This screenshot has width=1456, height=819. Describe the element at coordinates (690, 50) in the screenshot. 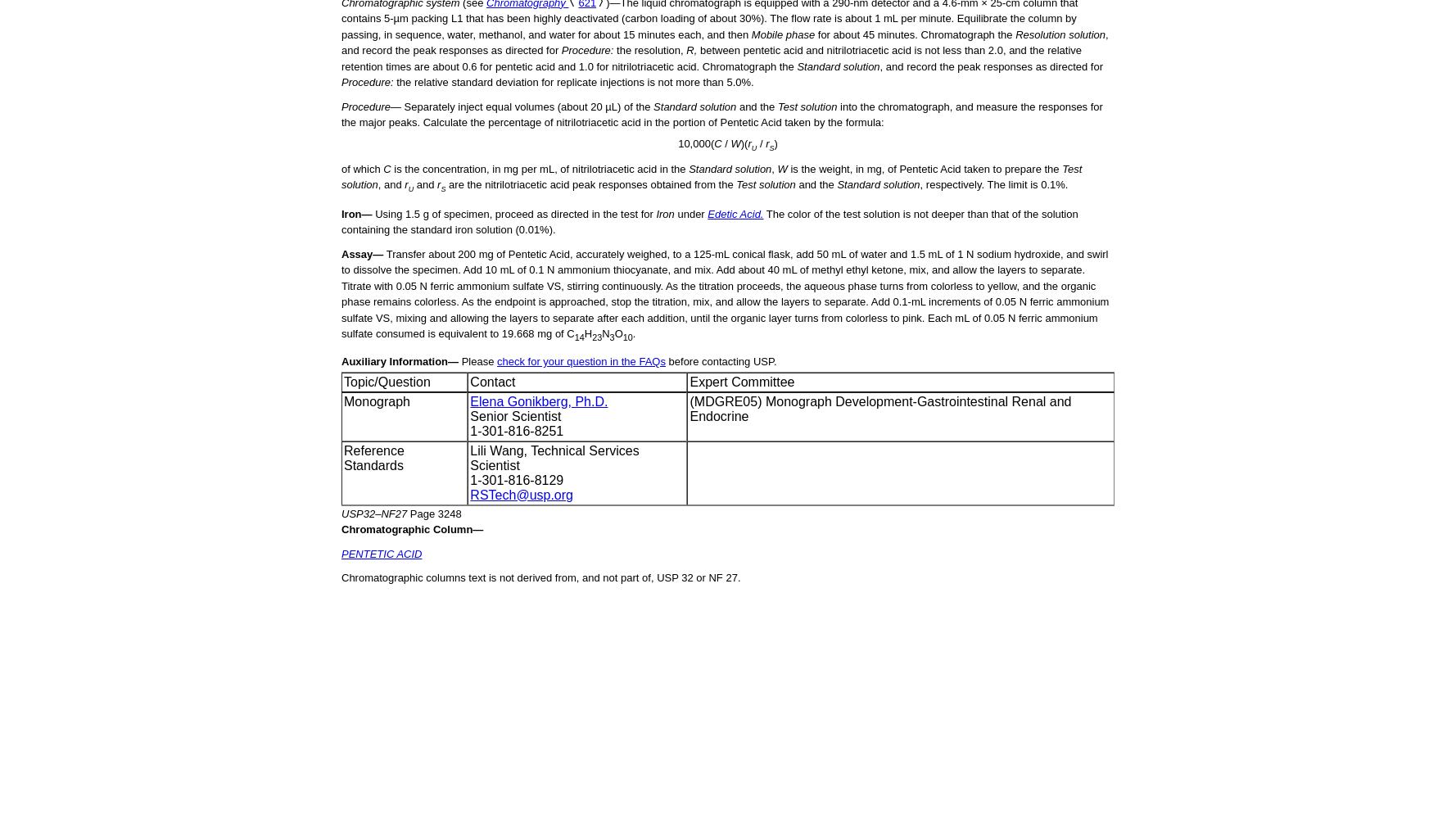

I see `'R,'` at that location.